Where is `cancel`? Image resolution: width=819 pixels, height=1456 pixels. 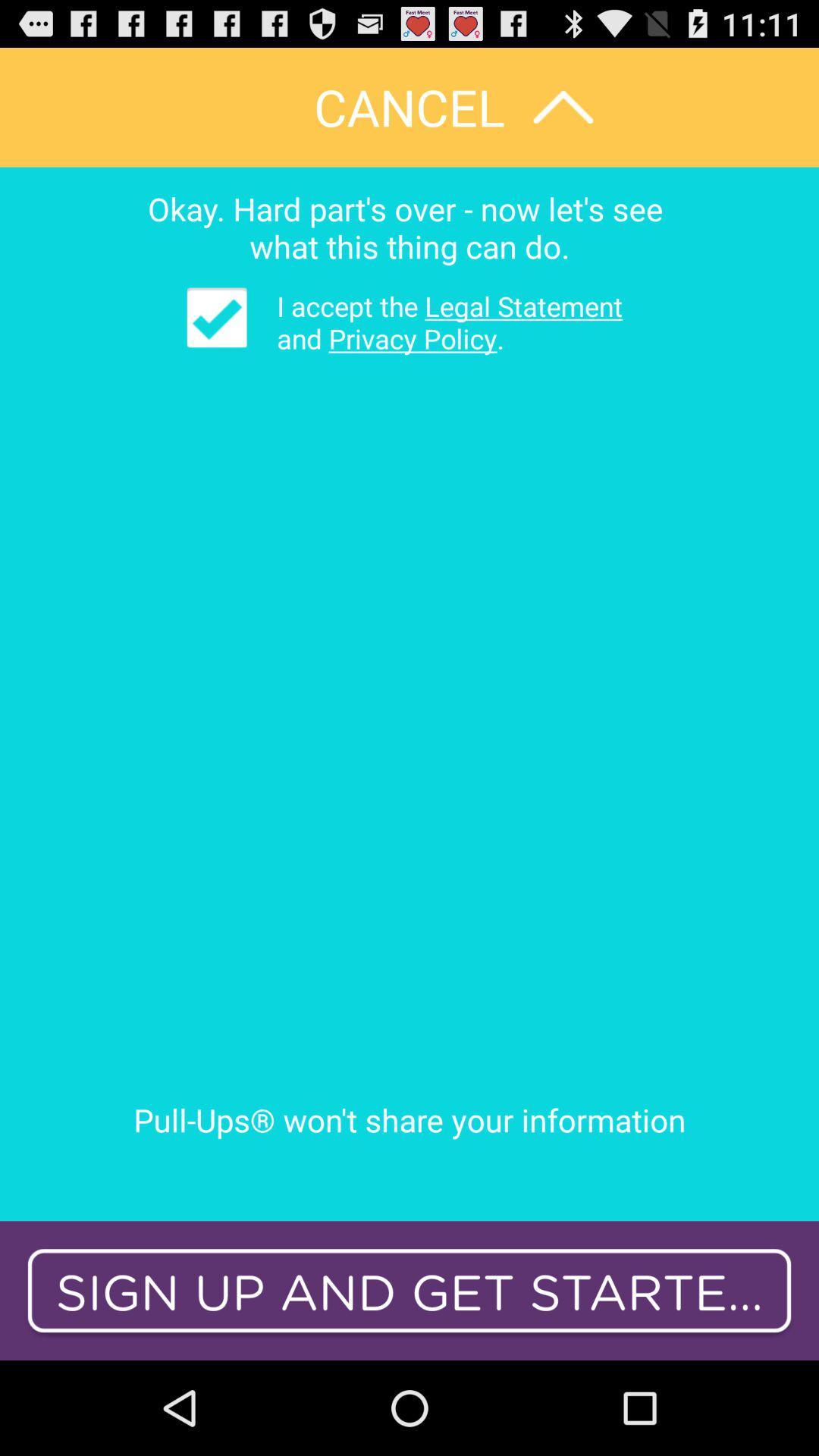 cancel is located at coordinates (409, 106).